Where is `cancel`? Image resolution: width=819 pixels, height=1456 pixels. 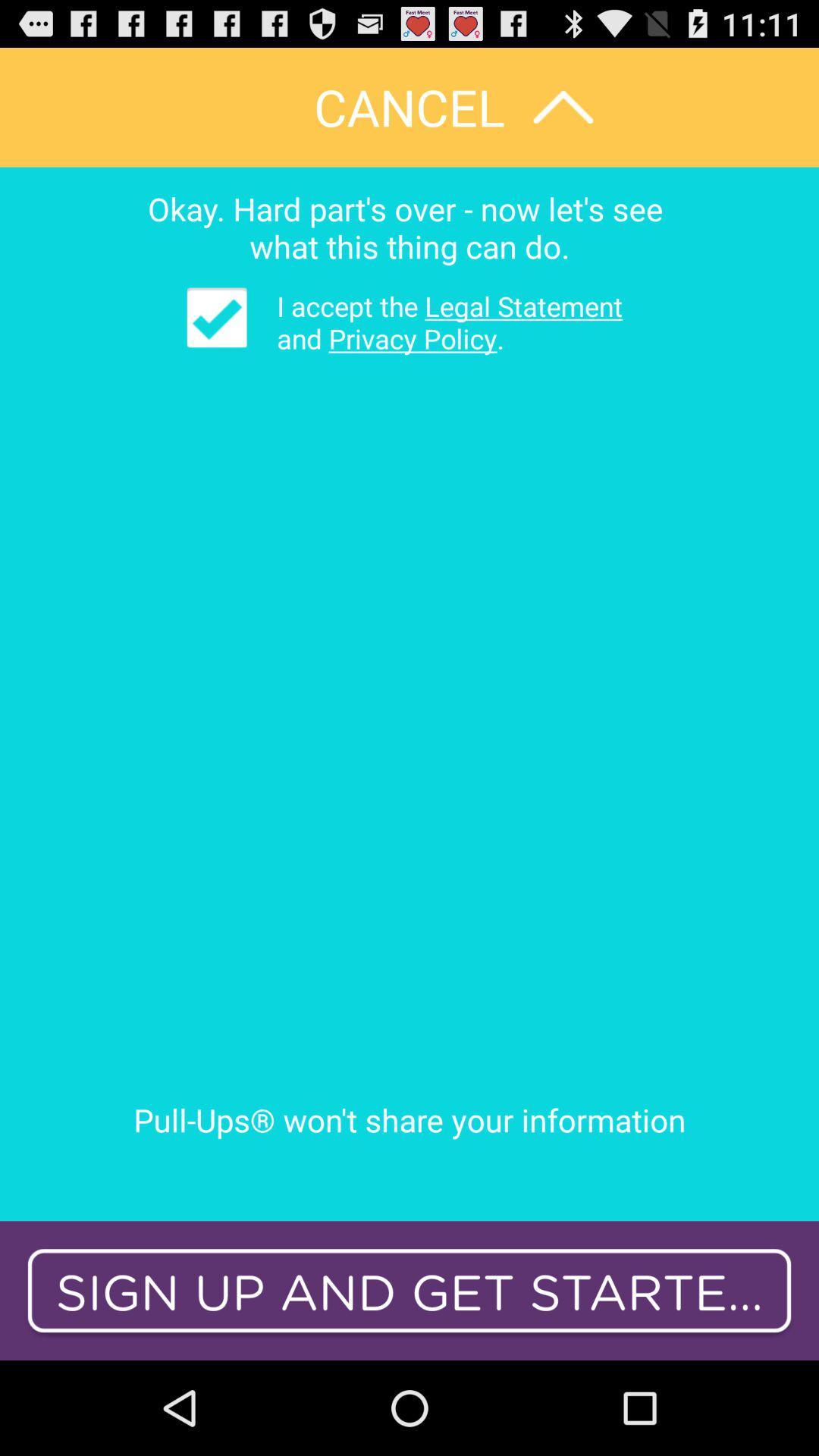 cancel is located at coordinates (409, 106).